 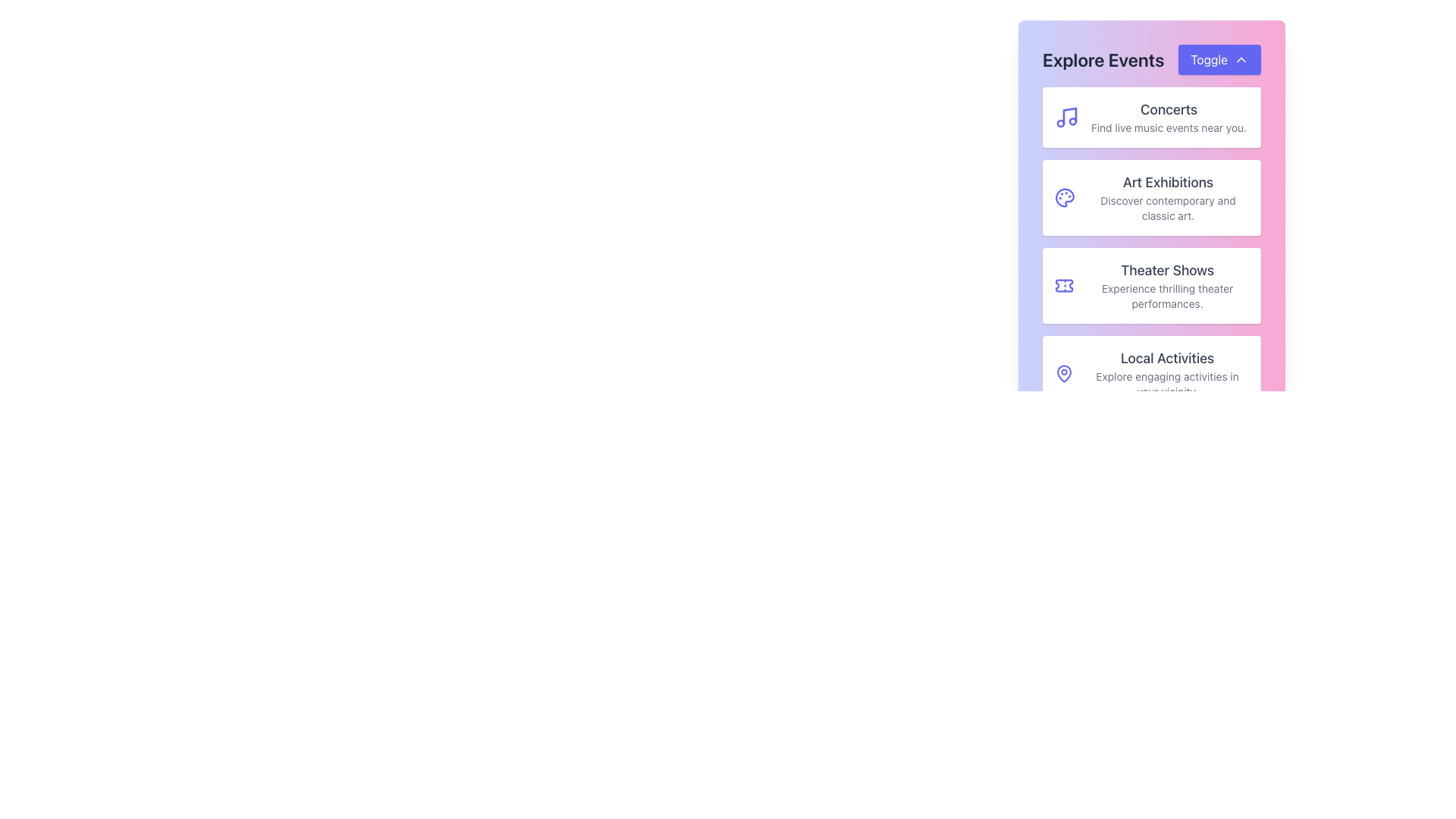 I want to click on the 'Art Exhibitions' card, which is the second card in a vertical stack of four cards styled with a white background and rounded corners, so click(x=1151, y=196).